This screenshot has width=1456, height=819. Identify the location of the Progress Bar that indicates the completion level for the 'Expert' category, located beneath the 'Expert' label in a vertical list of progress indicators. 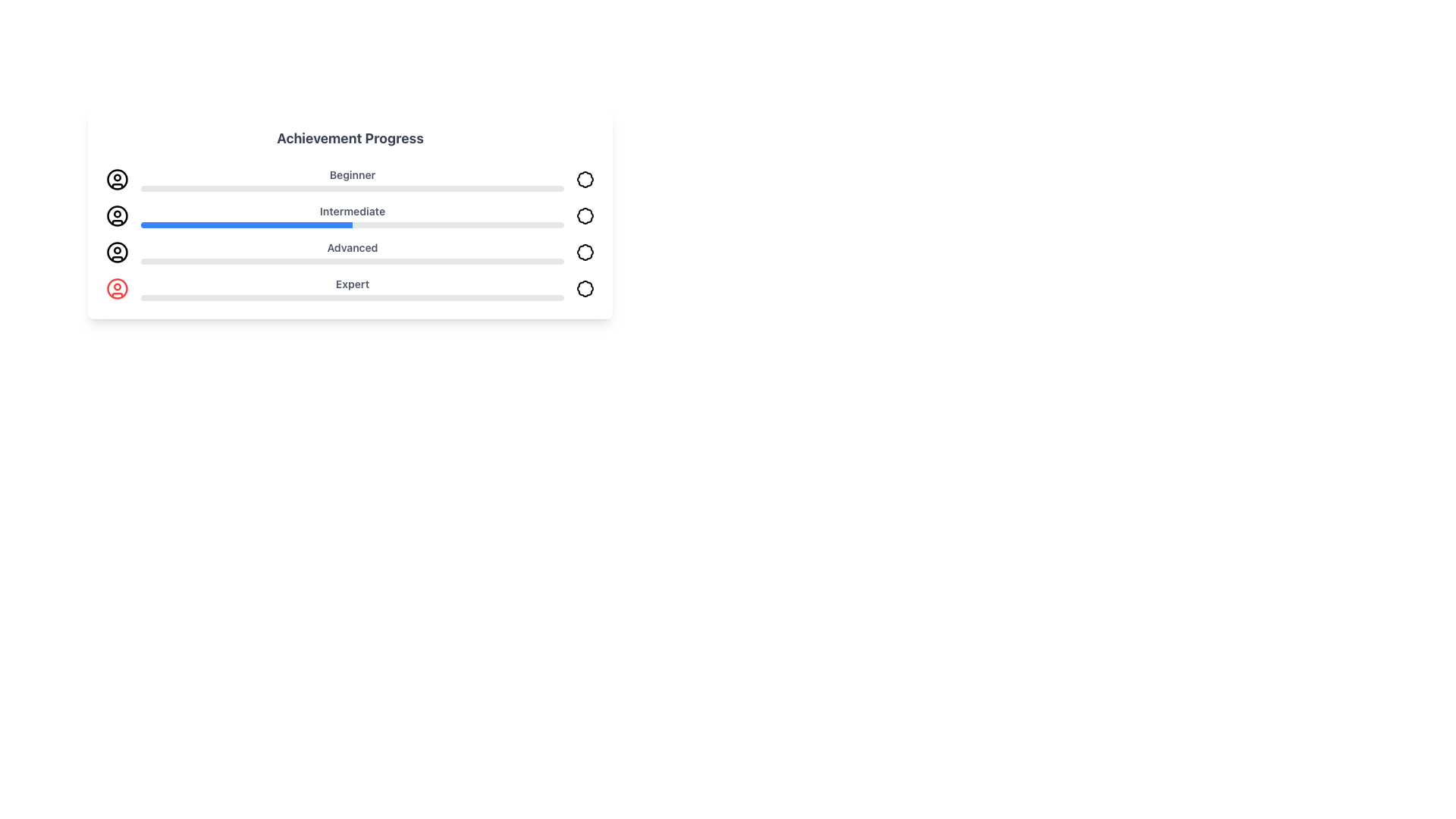
(352, 298).